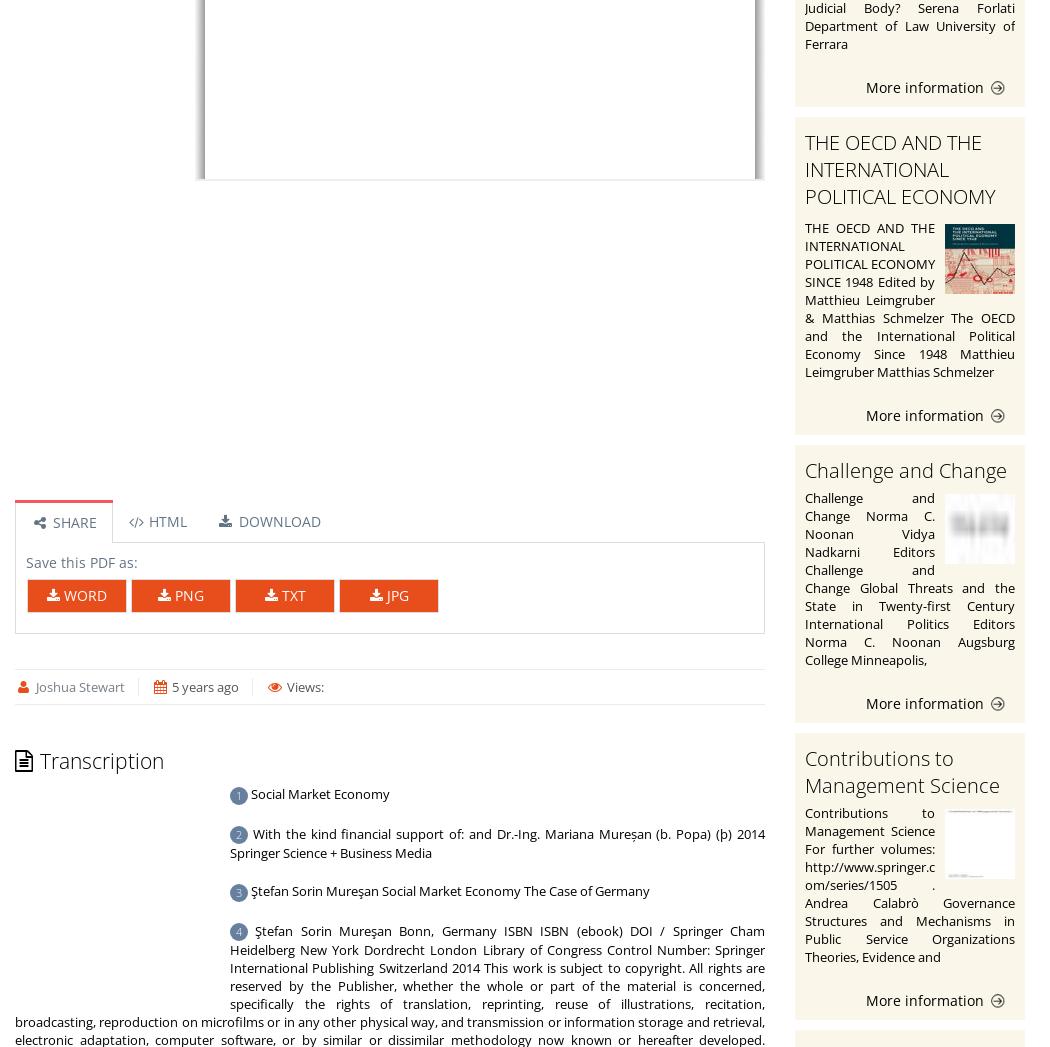  I want to click on '4', so click(238, 931).